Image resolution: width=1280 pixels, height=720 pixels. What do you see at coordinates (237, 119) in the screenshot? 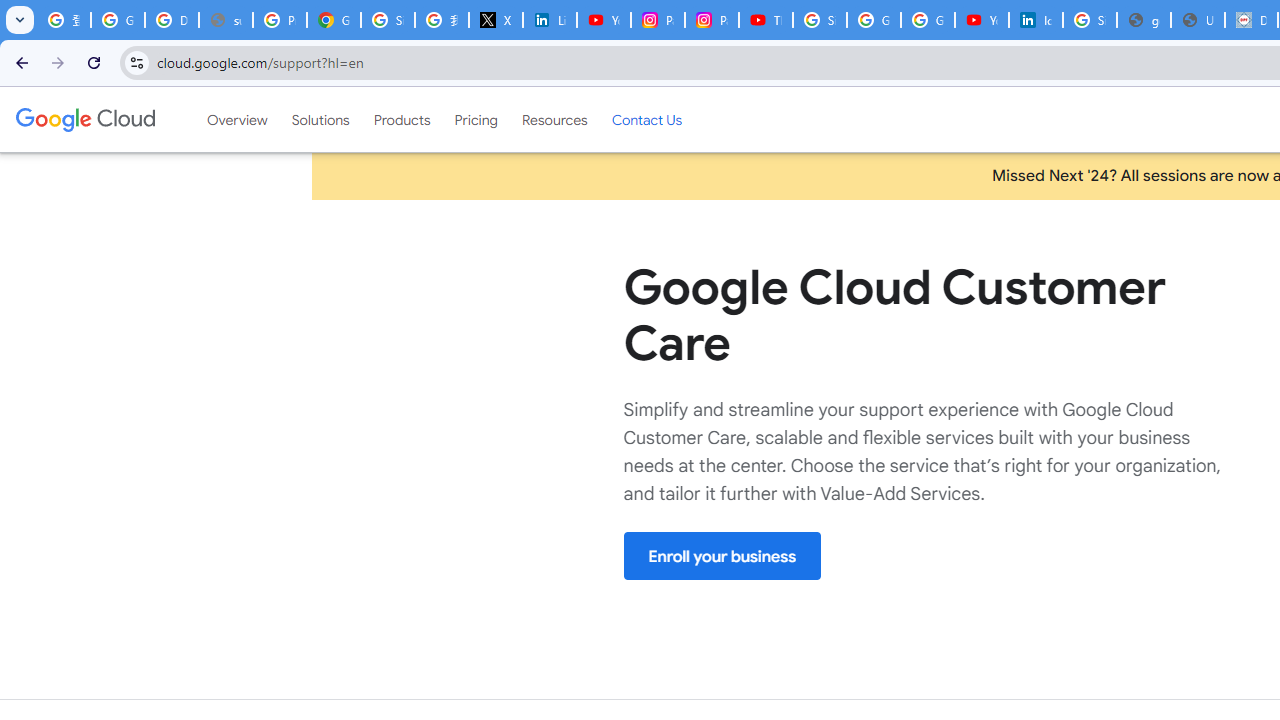
I see `'Overview'` at bounding box center [237, 119].